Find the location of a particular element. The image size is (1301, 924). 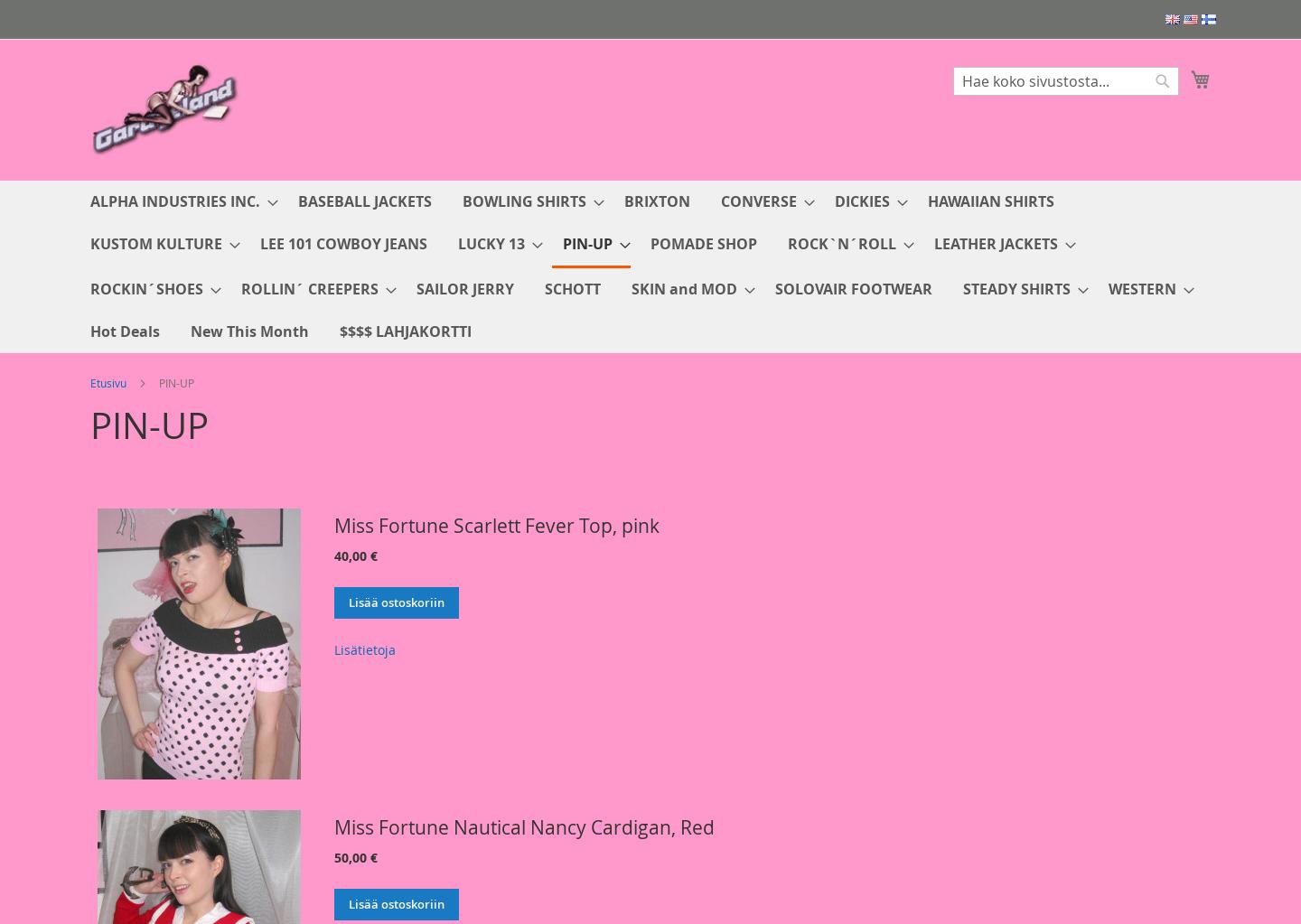

'SCHOTT' is located at coordinates (544, 288).